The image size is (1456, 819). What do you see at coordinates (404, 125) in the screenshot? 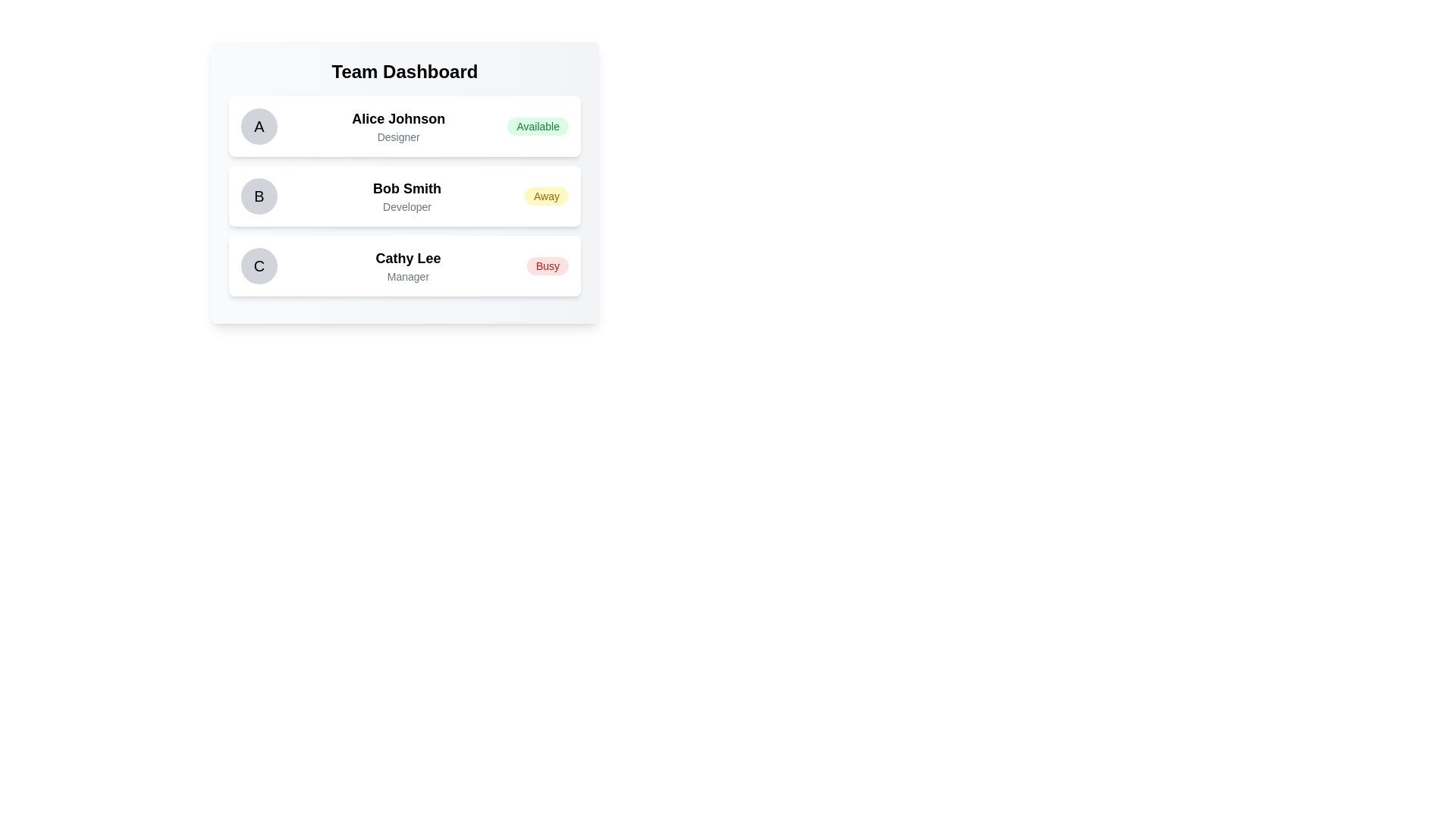
I see `the Interactive card displaying a team member's information, which is the first item in the list under the 'Team Dashboard'` at bounding box center [404, 125].